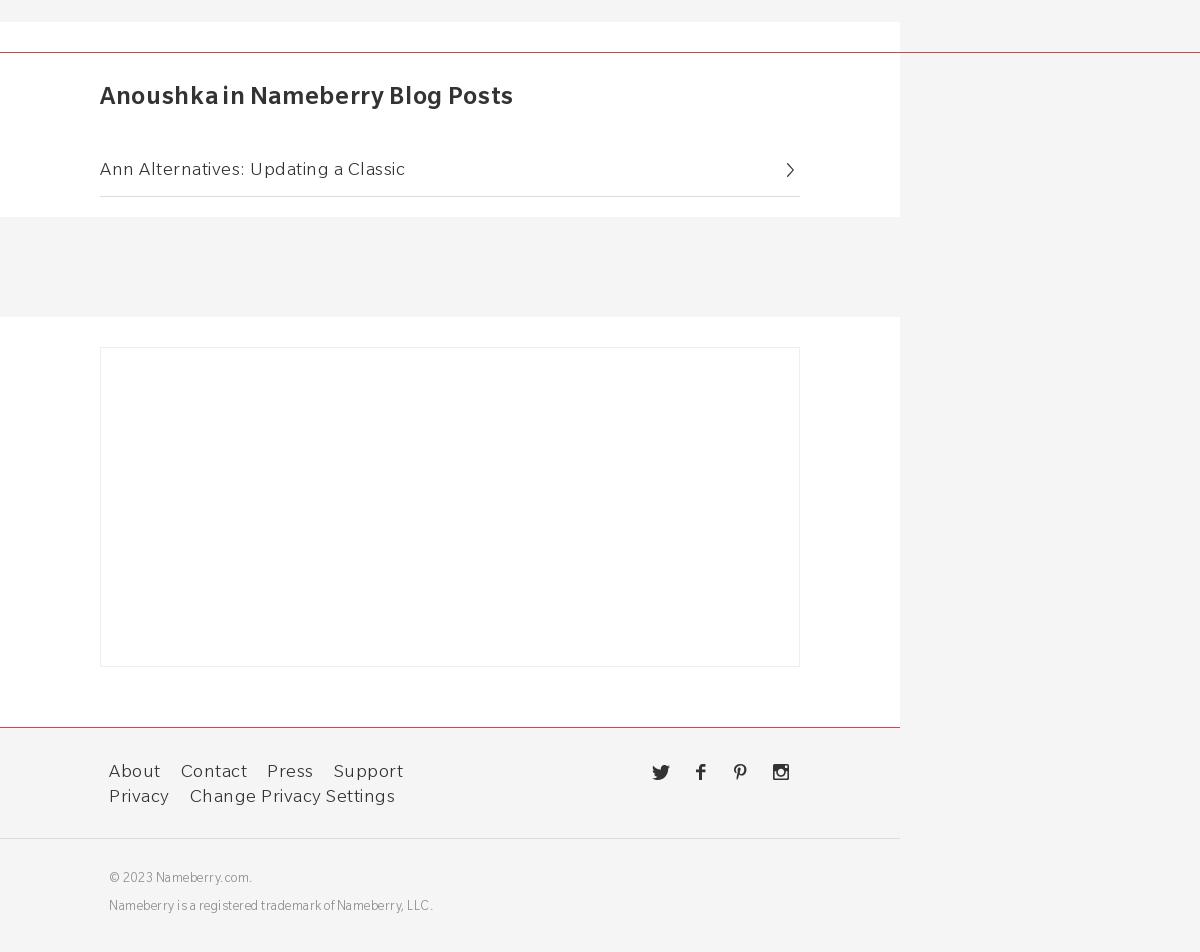 The height and width of the screenshot is (952, 1200). I want to click on 'Support', so click(333, 769).